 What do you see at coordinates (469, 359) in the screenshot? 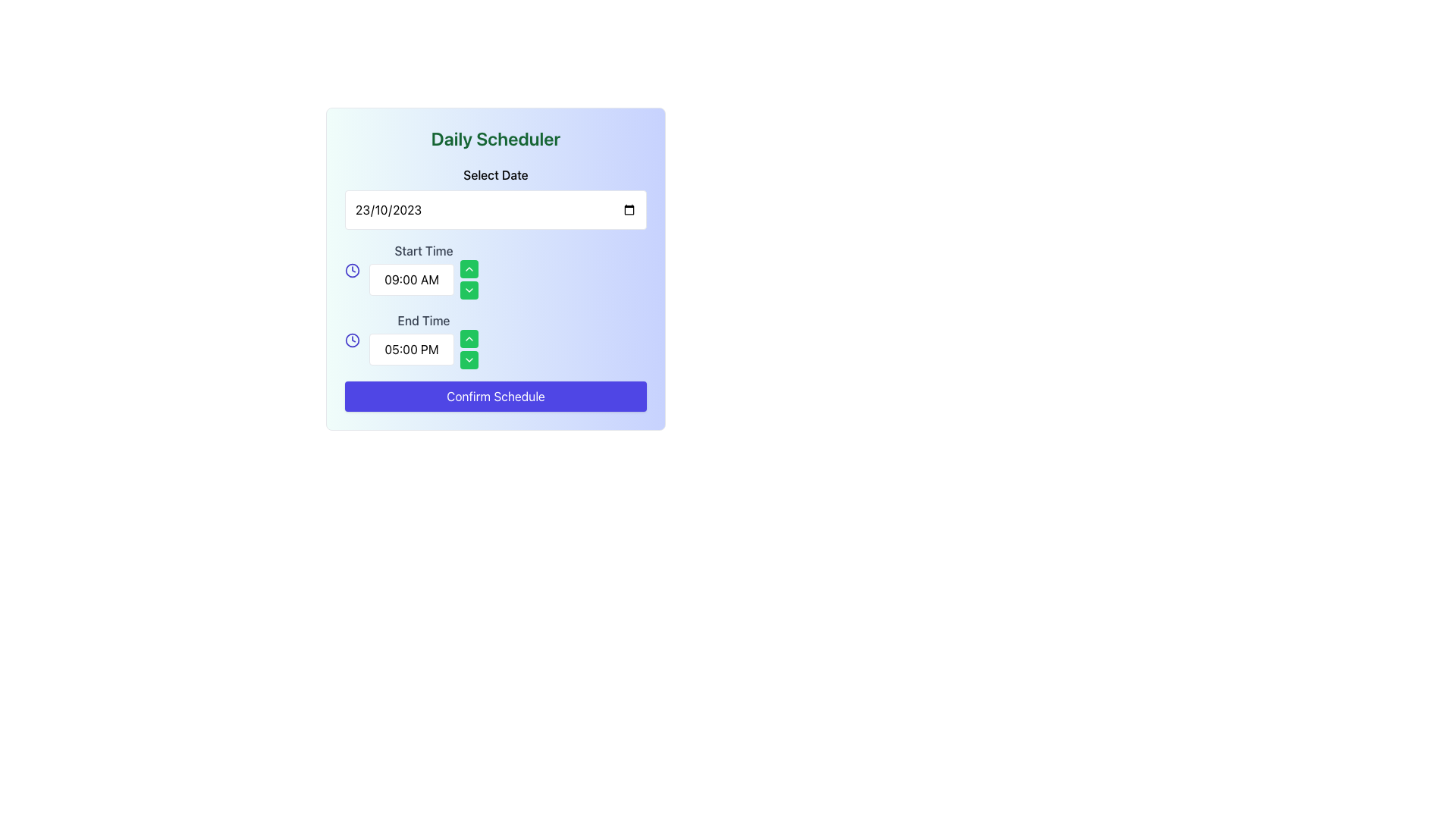
I see `the small green button with a downward-pointing chevron arrow icon to decrease the time in the 'End Time' input group, located to the right of the '05:00 PM' time field` at bounding box center [469, 359].